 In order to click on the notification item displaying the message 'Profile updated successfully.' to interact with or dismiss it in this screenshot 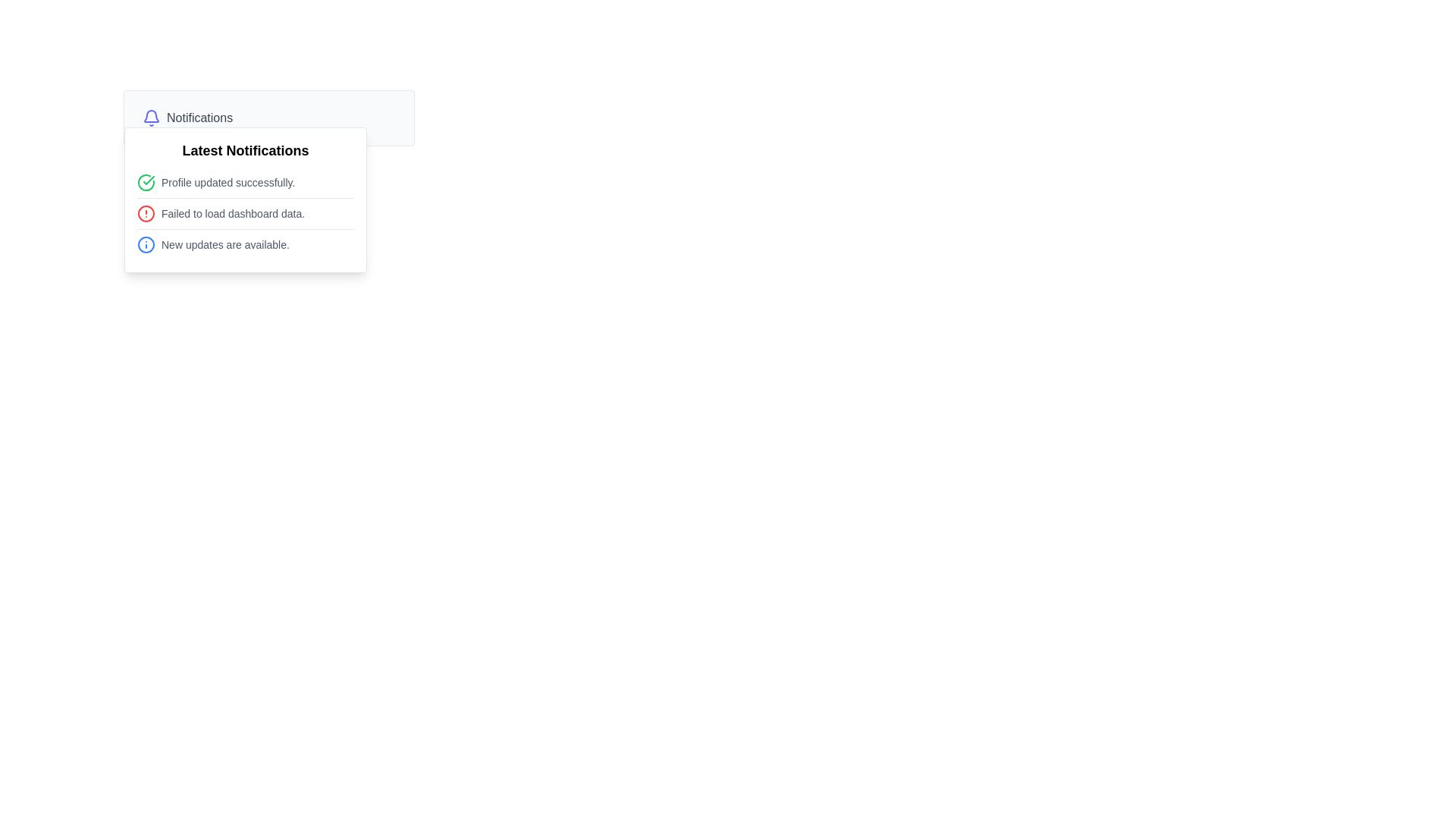, I will do `click(246, 181)`.